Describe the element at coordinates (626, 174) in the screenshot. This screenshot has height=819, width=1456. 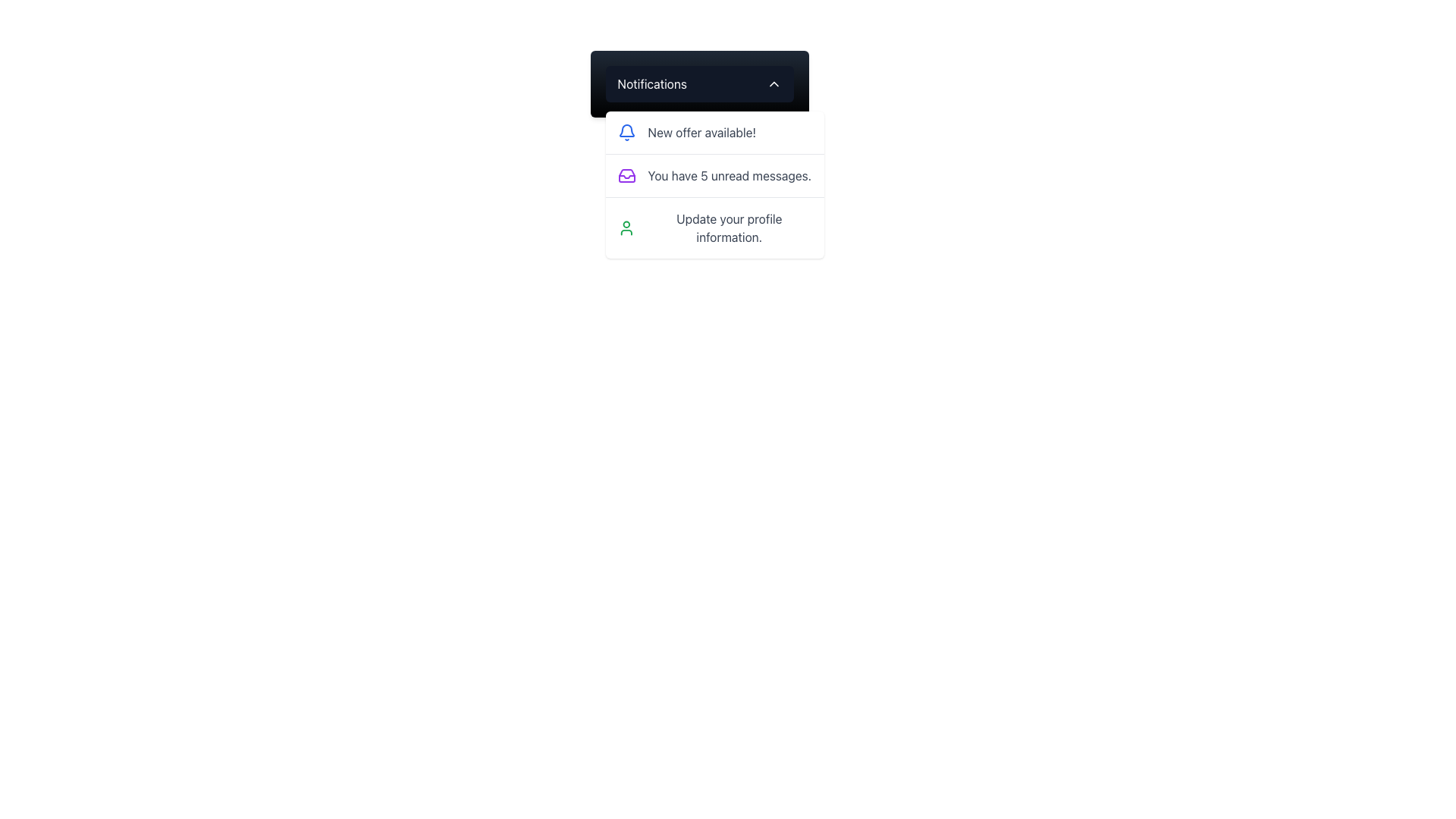
I see `the purple mail inbox icon located to the left of the text 'You have 5 unread messages.' in the notification dropdown` at that location.